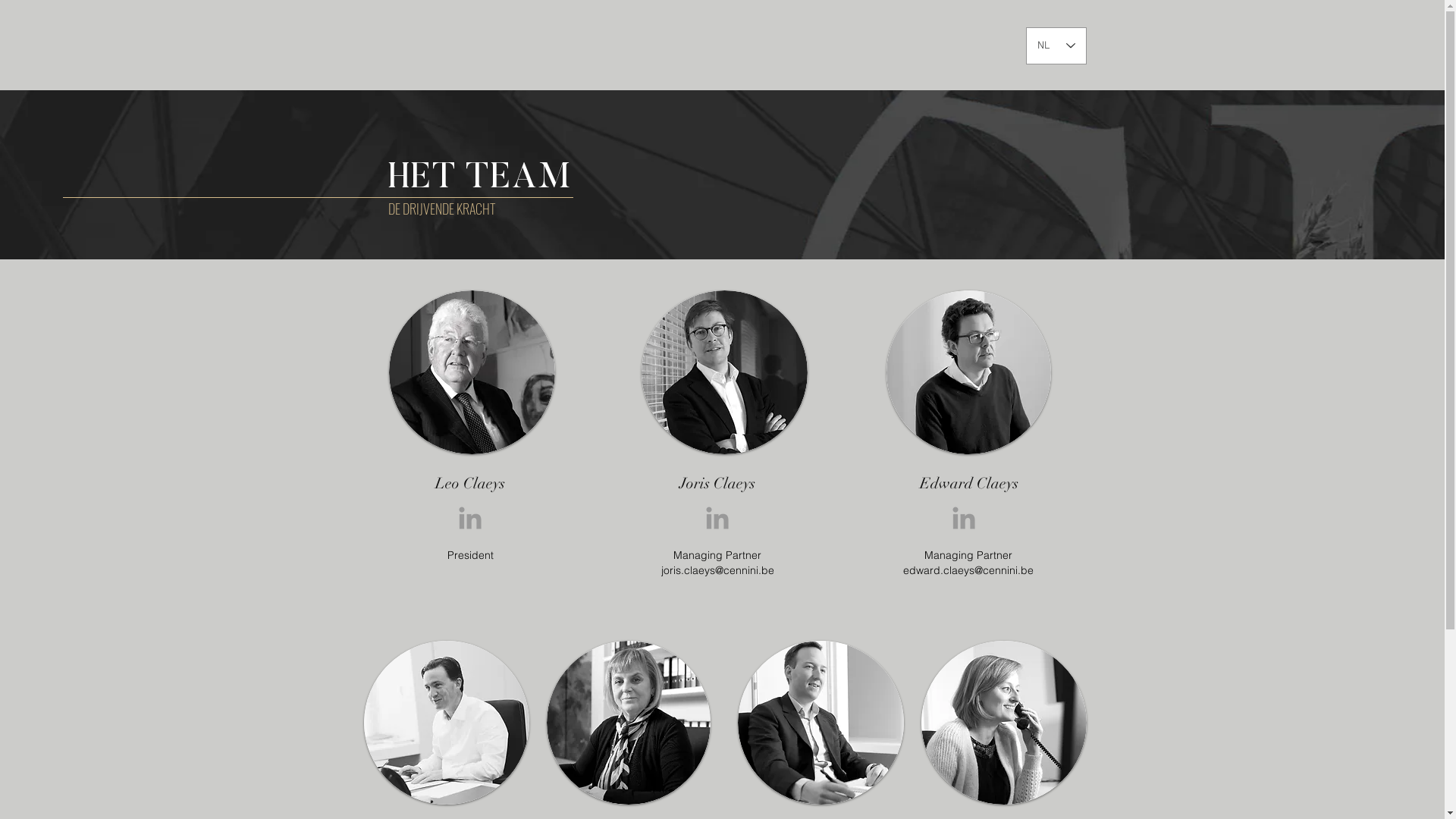 Image resolution: width=1456 pixels, height=819 pixels. What do you see at coordinates (930, 43) in the screenshot?
I see `'TEAM'` at bounding box center [930, 43].